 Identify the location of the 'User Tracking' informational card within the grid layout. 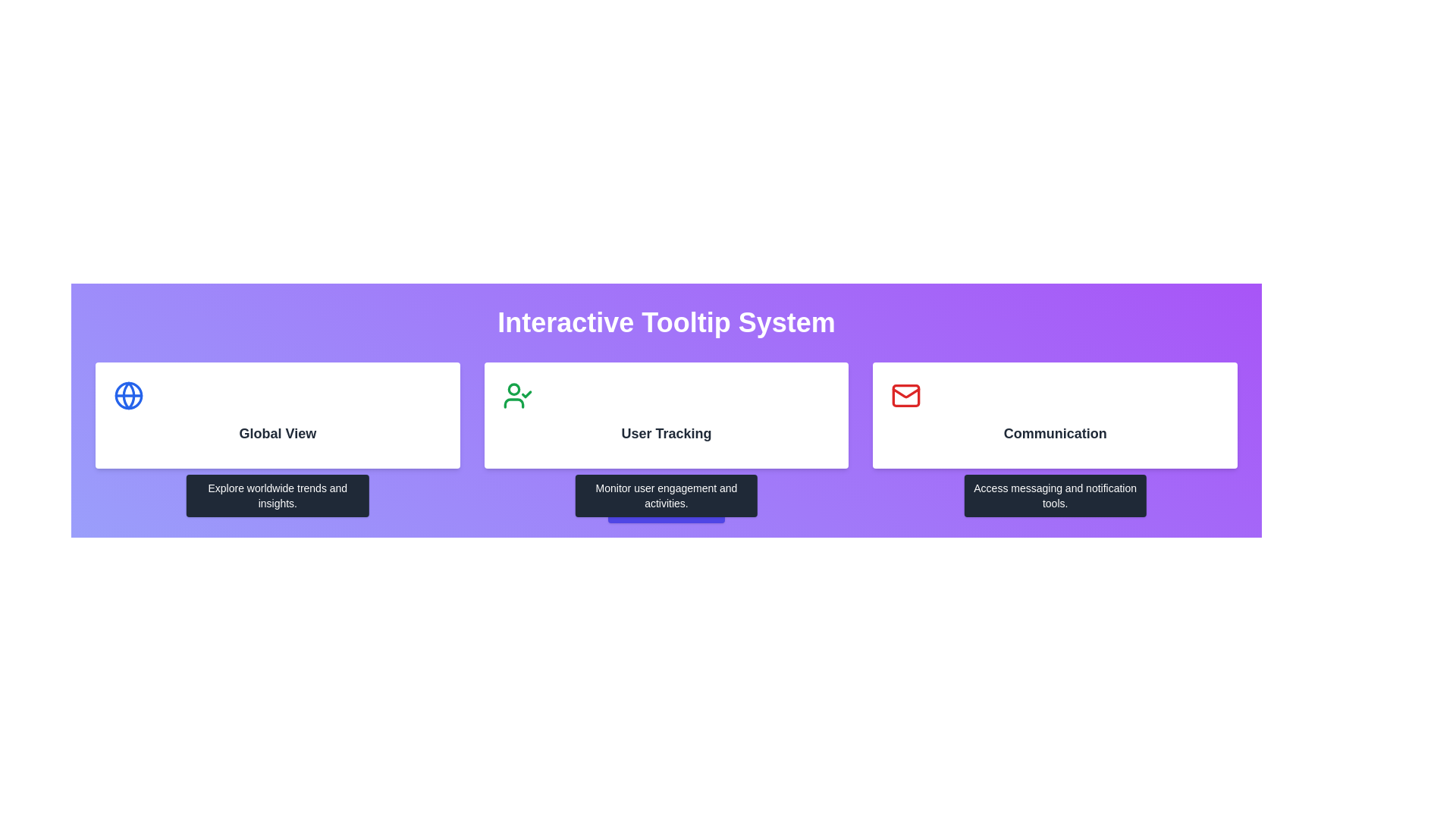
(666, 415).